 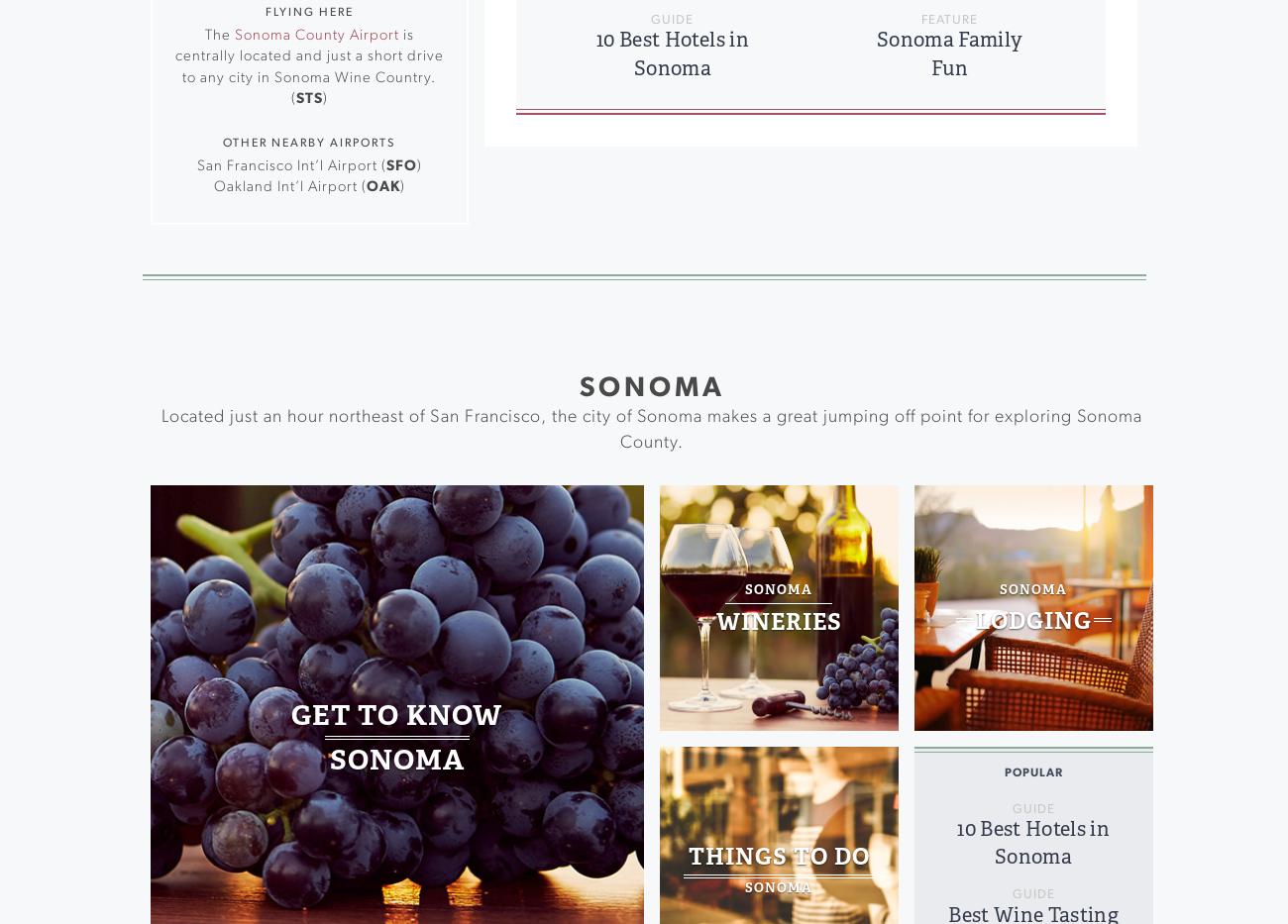 What do you see at coordinates (361, 205) in the screenshot?
I see `'Nightlife'` at bounding box center [361, 205].